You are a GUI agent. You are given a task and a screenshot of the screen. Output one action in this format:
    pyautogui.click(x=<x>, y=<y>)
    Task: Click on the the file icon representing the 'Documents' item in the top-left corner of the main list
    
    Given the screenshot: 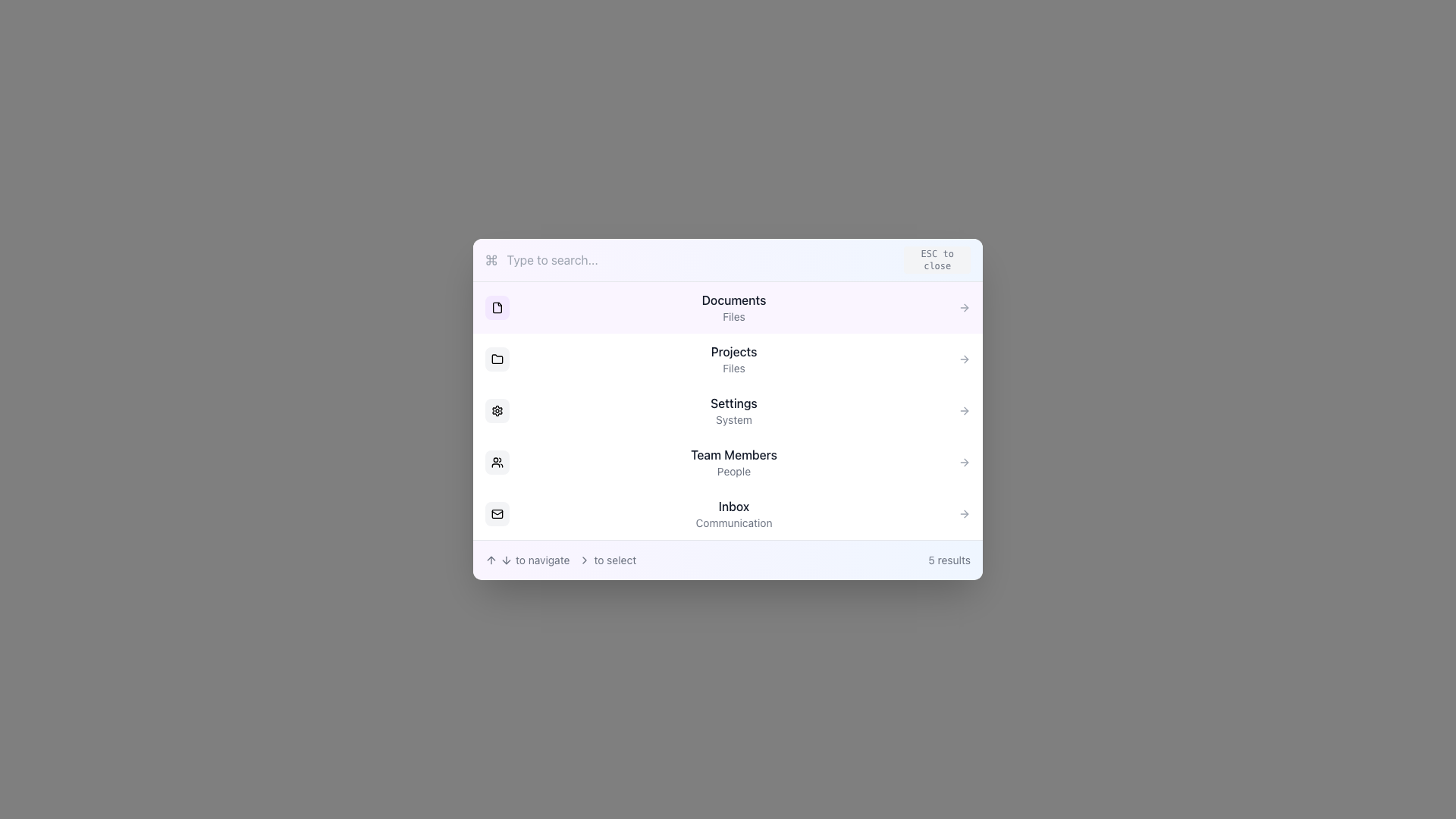 What is the action you would take?
    pyautogui.click(x=497, y=307)
    